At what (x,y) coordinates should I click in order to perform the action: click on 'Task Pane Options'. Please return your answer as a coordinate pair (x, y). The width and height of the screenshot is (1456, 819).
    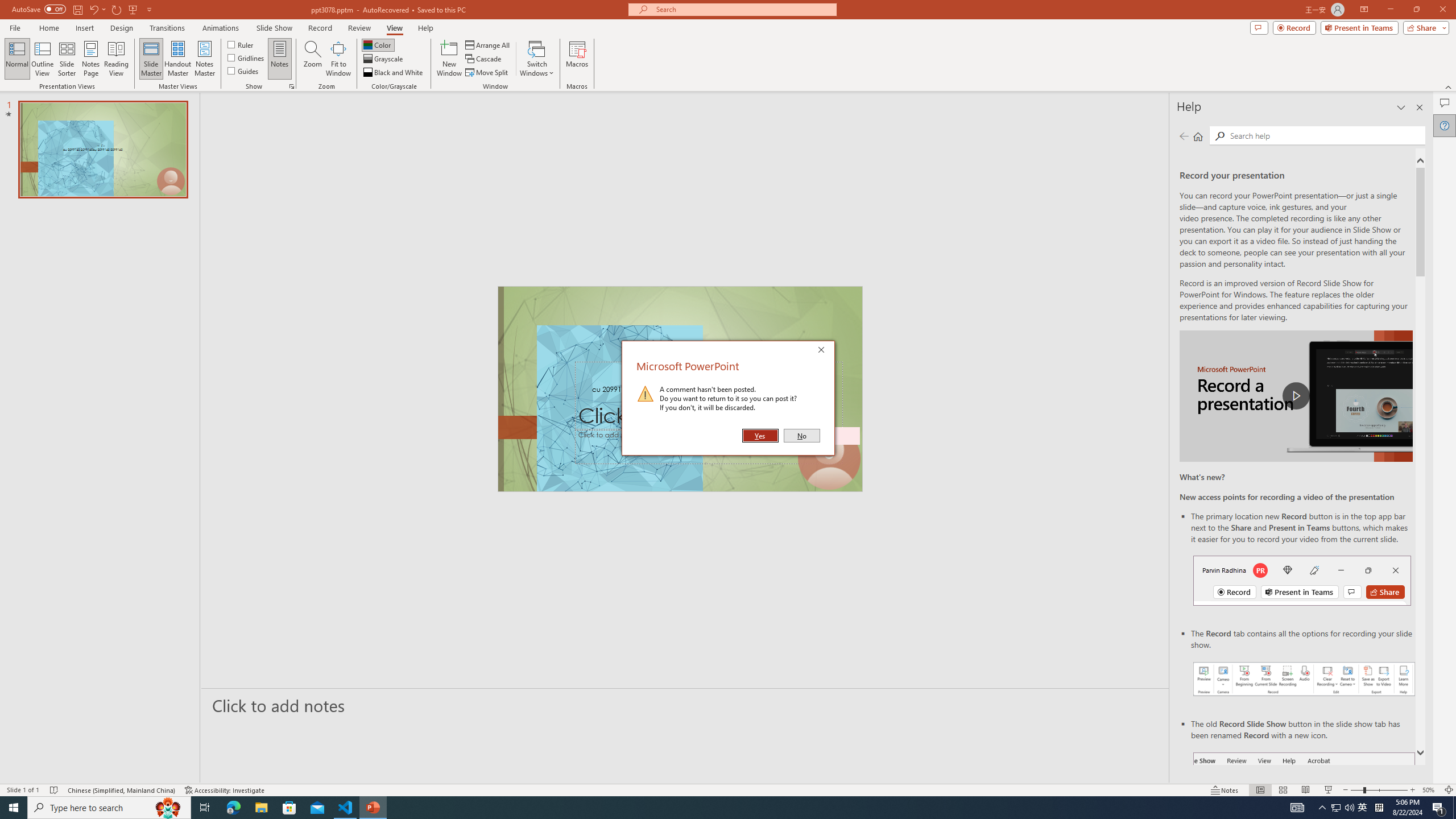
    Looking at the image, I should click on (1401, 107).